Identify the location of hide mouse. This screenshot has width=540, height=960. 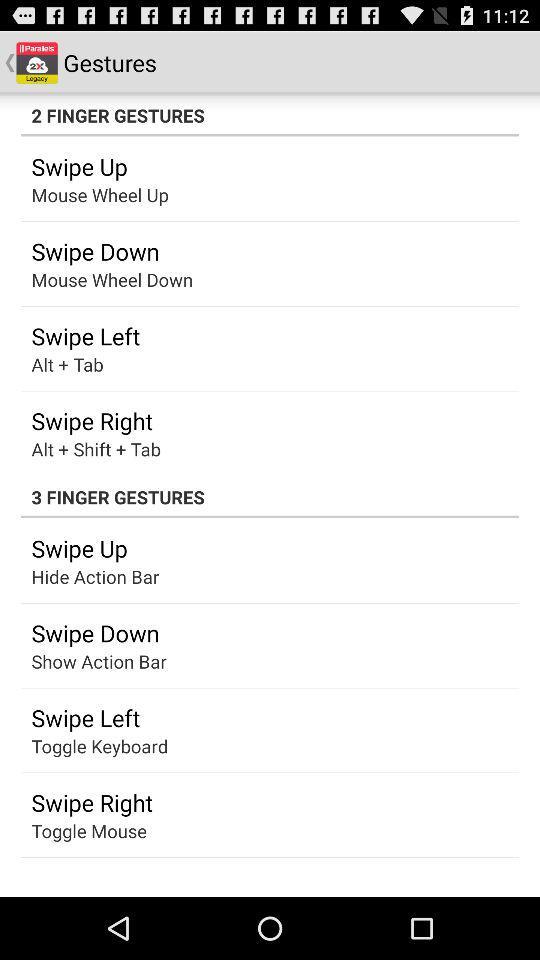
(79, 661).